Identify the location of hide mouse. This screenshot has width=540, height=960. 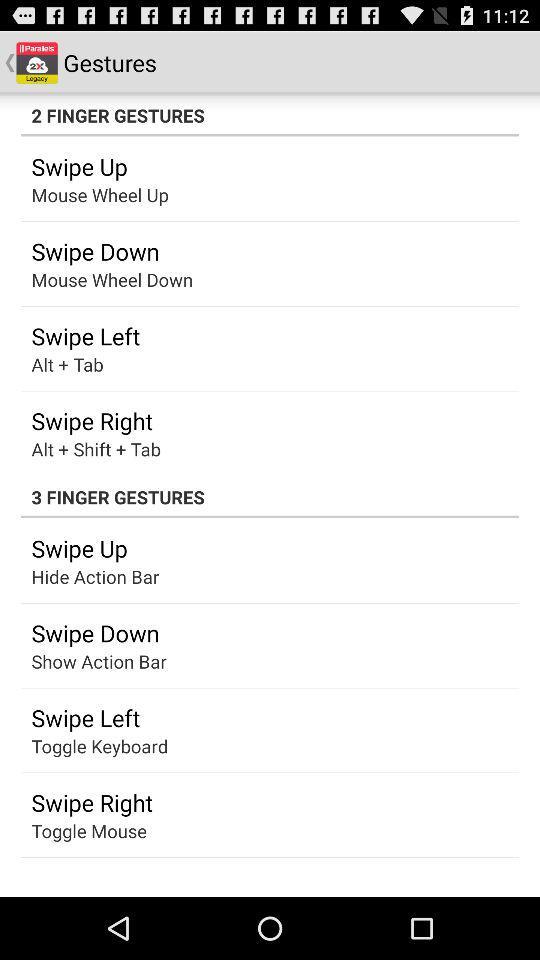
(79, 661).